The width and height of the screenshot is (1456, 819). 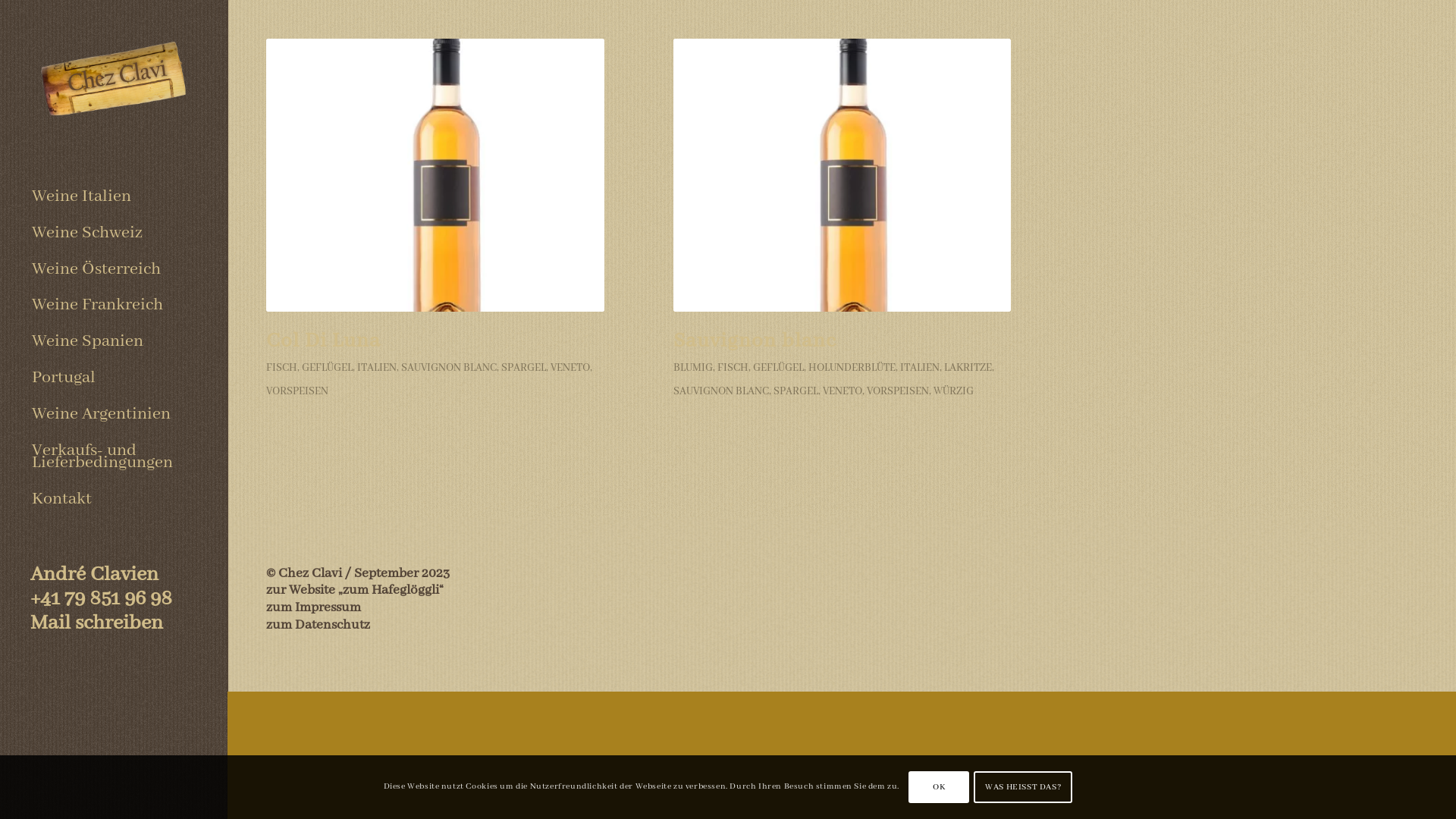 What do you see at coordinates (841, 174) in the screenshot?
I see `'Sauvignon blanc'` at bounding box center [841, 174].